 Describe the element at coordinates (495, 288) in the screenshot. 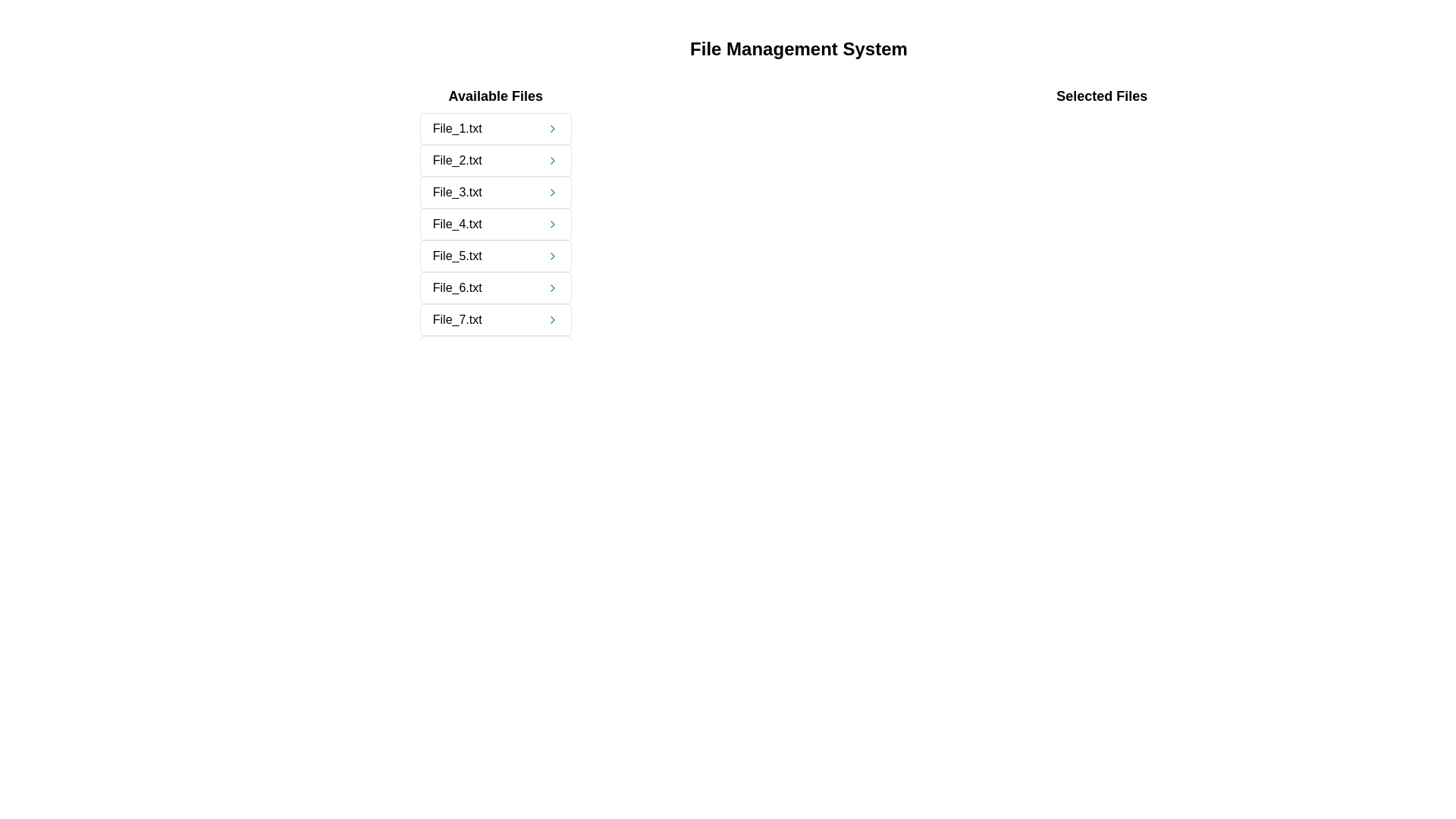

I see `the selectable row representing 'File_6.txt' in the list of available files` at that location.